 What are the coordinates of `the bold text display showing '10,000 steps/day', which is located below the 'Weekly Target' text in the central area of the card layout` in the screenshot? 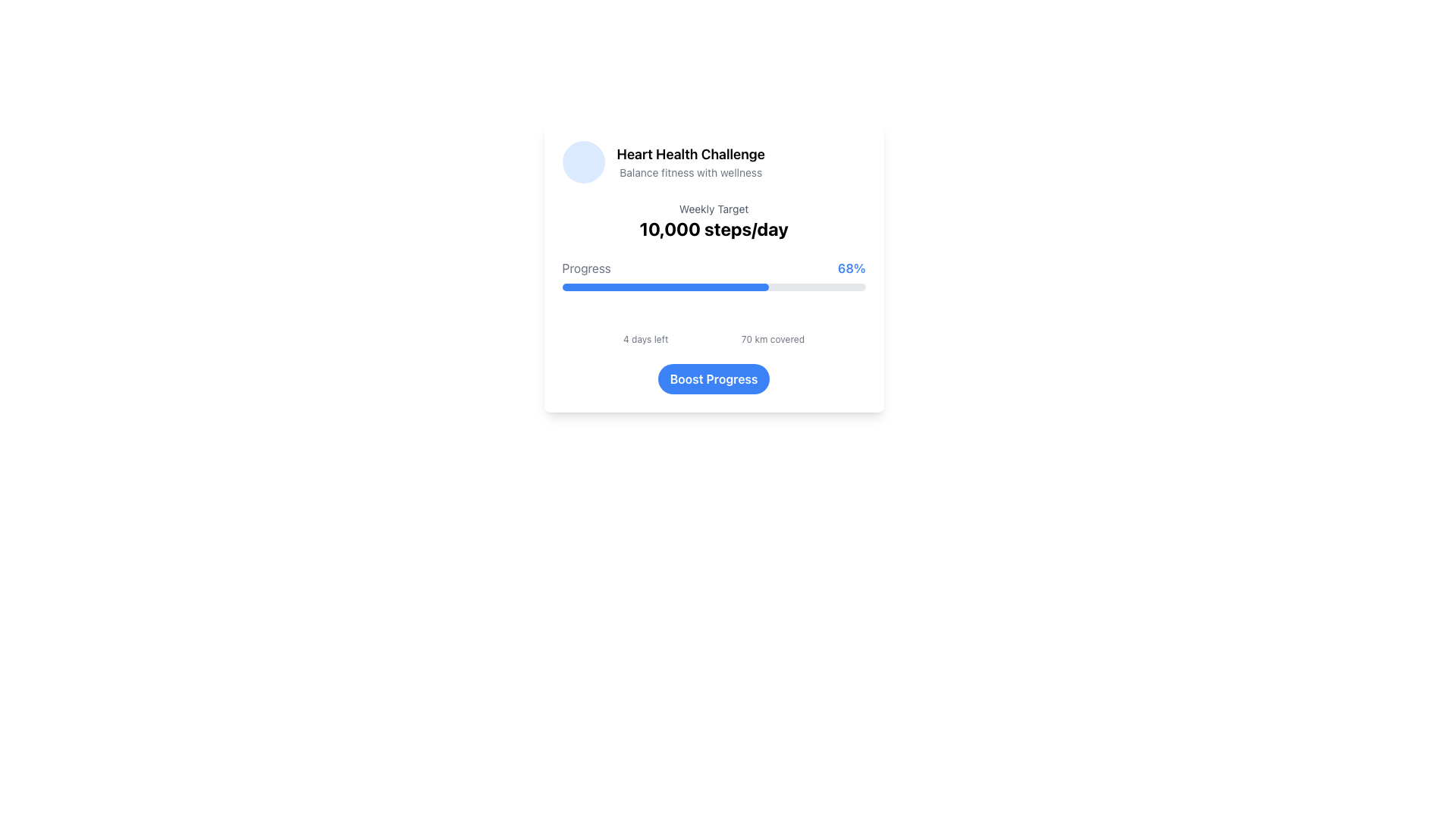 It's located at (713, 228).